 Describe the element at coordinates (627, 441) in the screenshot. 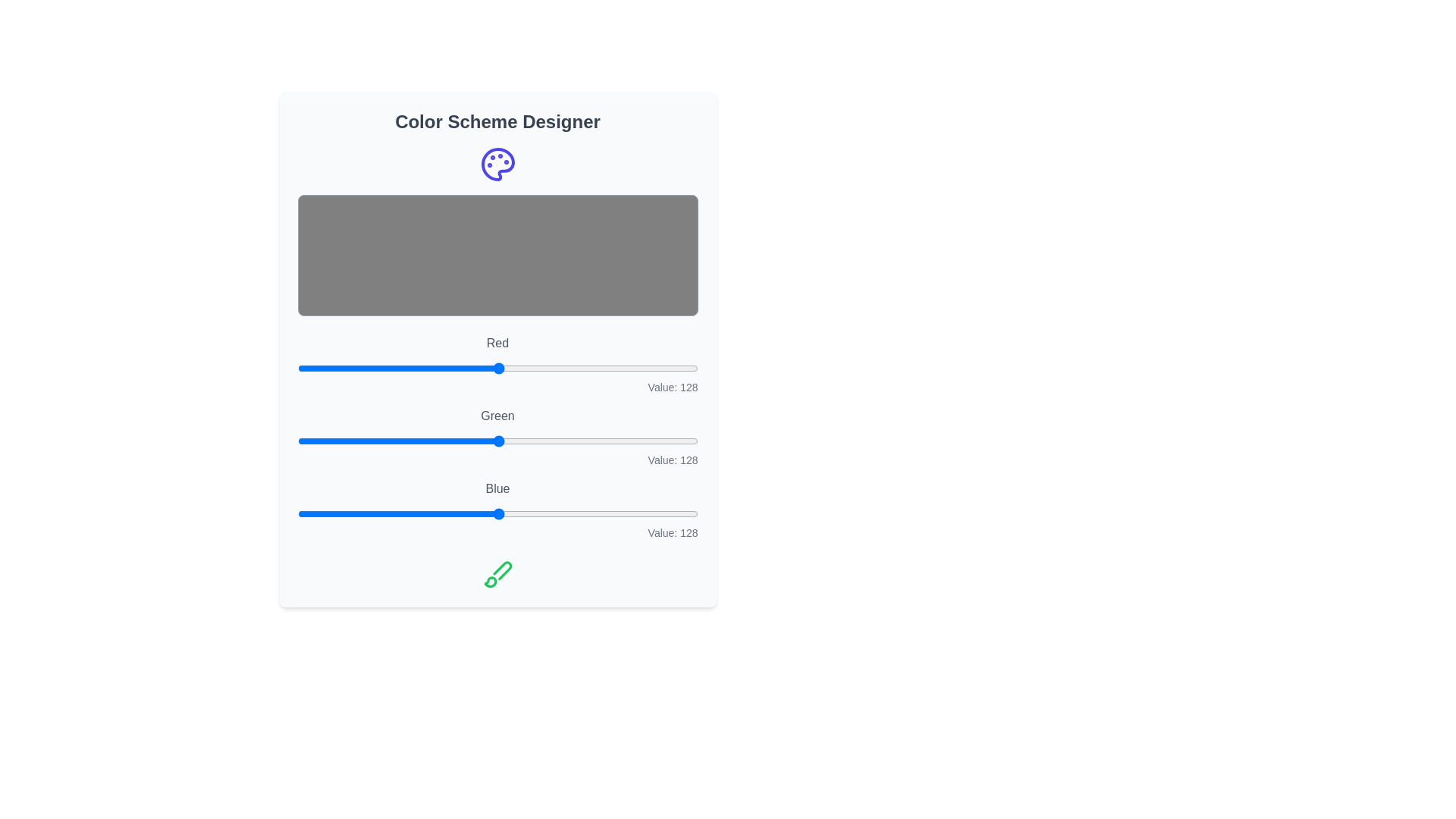

I see `the slider` at that location.